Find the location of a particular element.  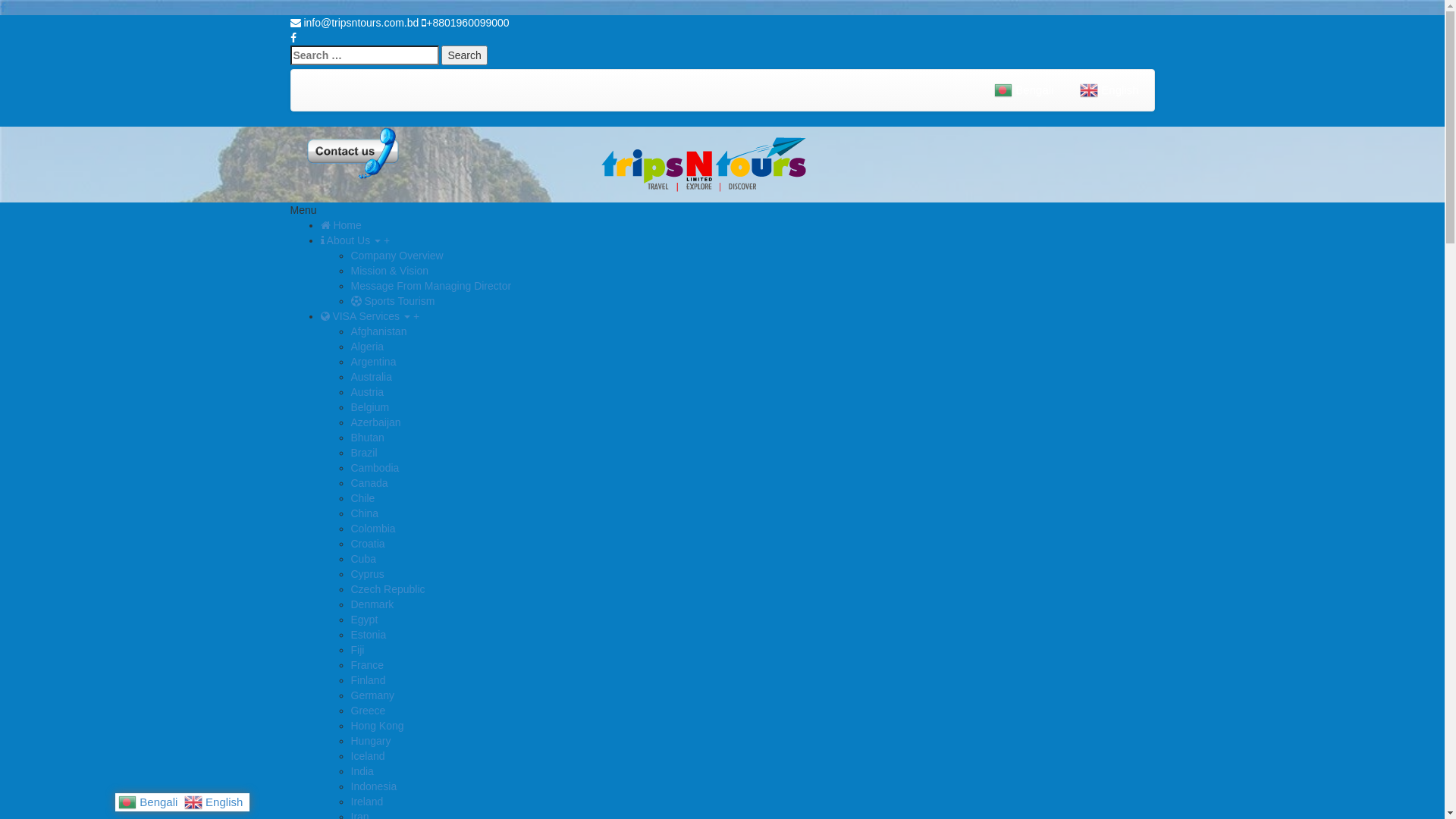

'Canada' is located at coordinates (369, 482).